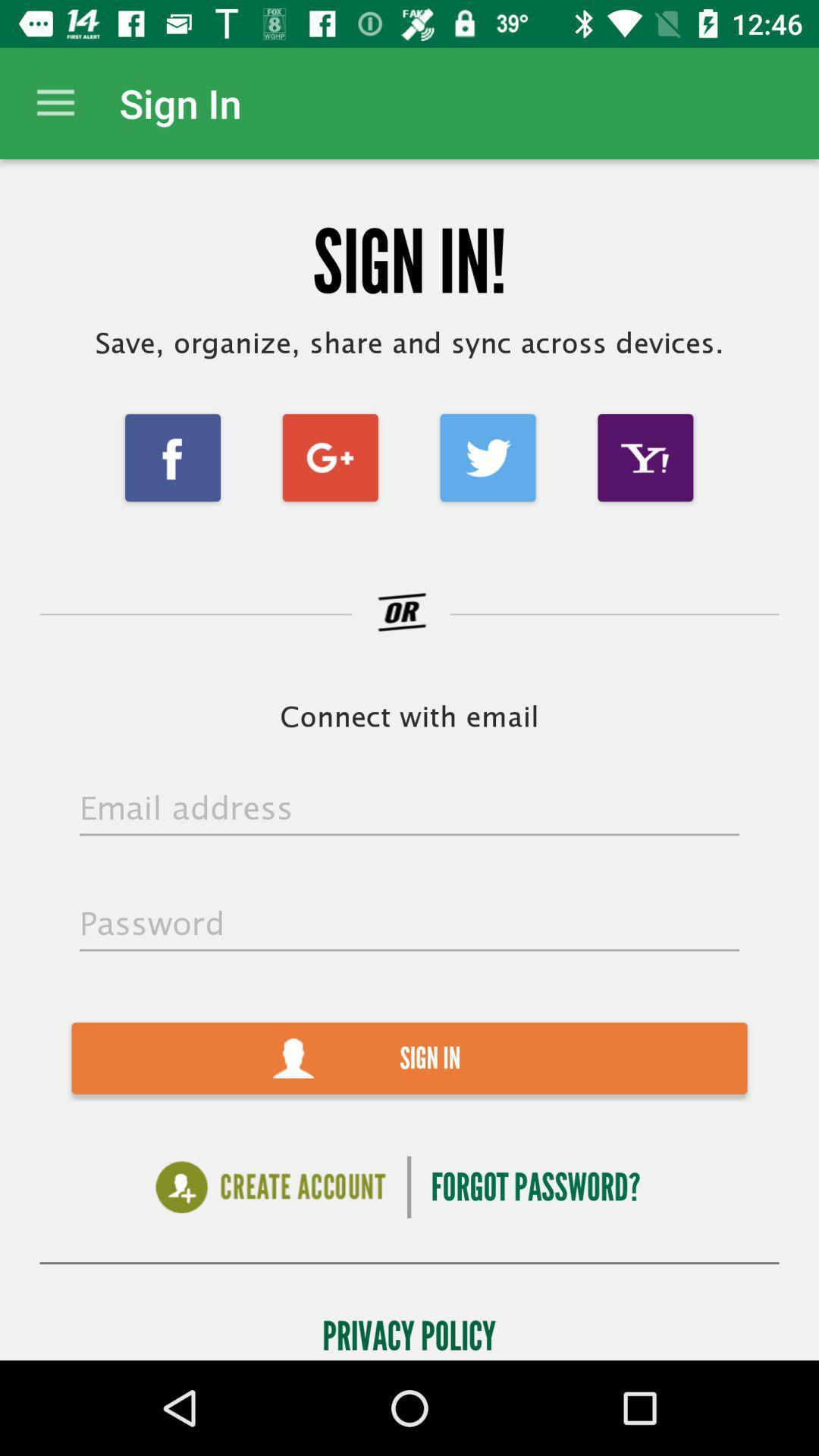 This screenshot has width=819, height=1456. I want to click on the icon at the bottom left corner, so click(270, 1186).